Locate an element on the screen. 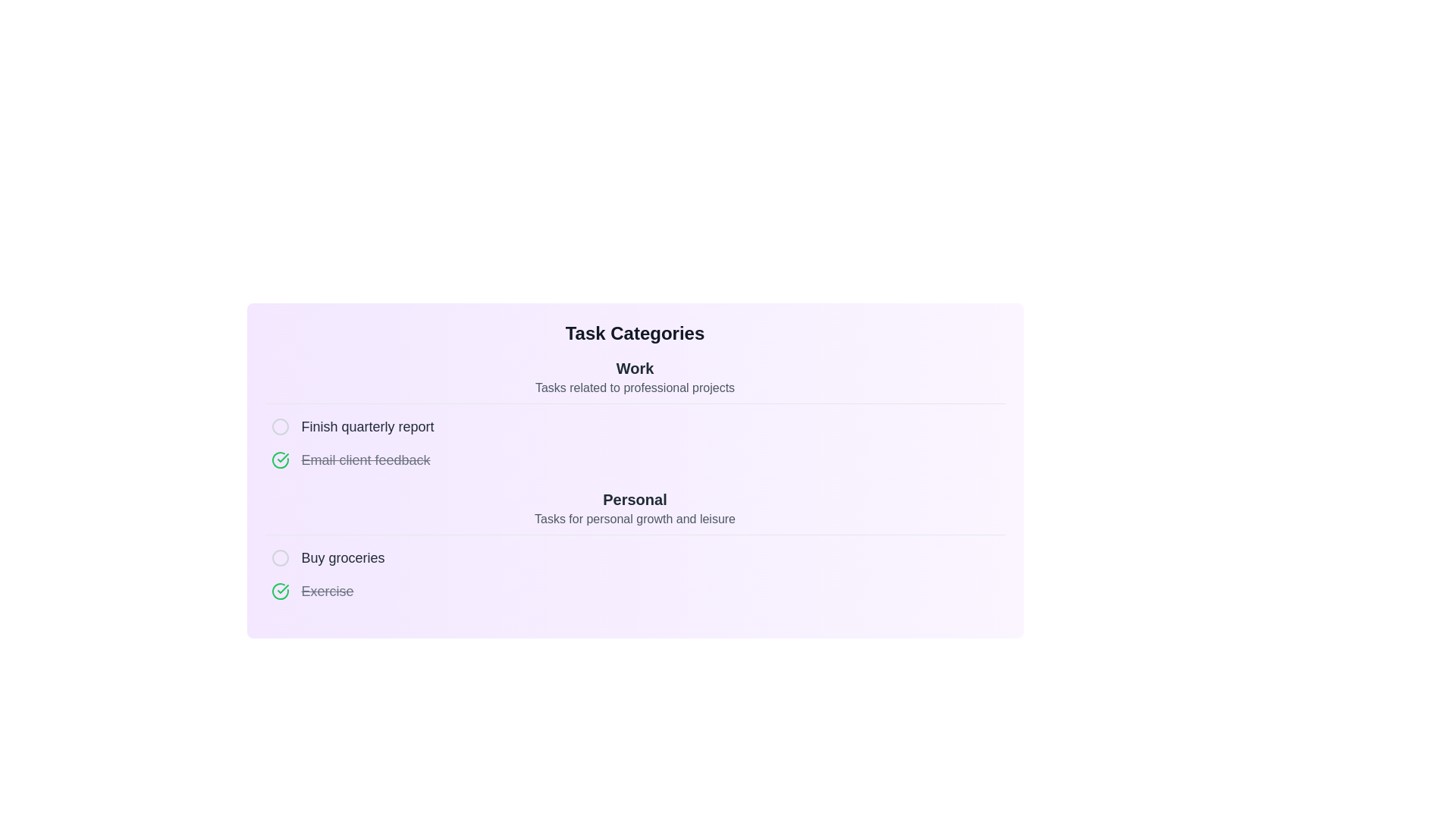 Image resolution: width=1456 pixels, height=819 pixels. the subtitle text label that contains 'Tasks related to professional projects', which is styled in a smaller font and located directly beneath the bold title 'Work' in the 'Task Categories' section is located at coordinates (635, 388).